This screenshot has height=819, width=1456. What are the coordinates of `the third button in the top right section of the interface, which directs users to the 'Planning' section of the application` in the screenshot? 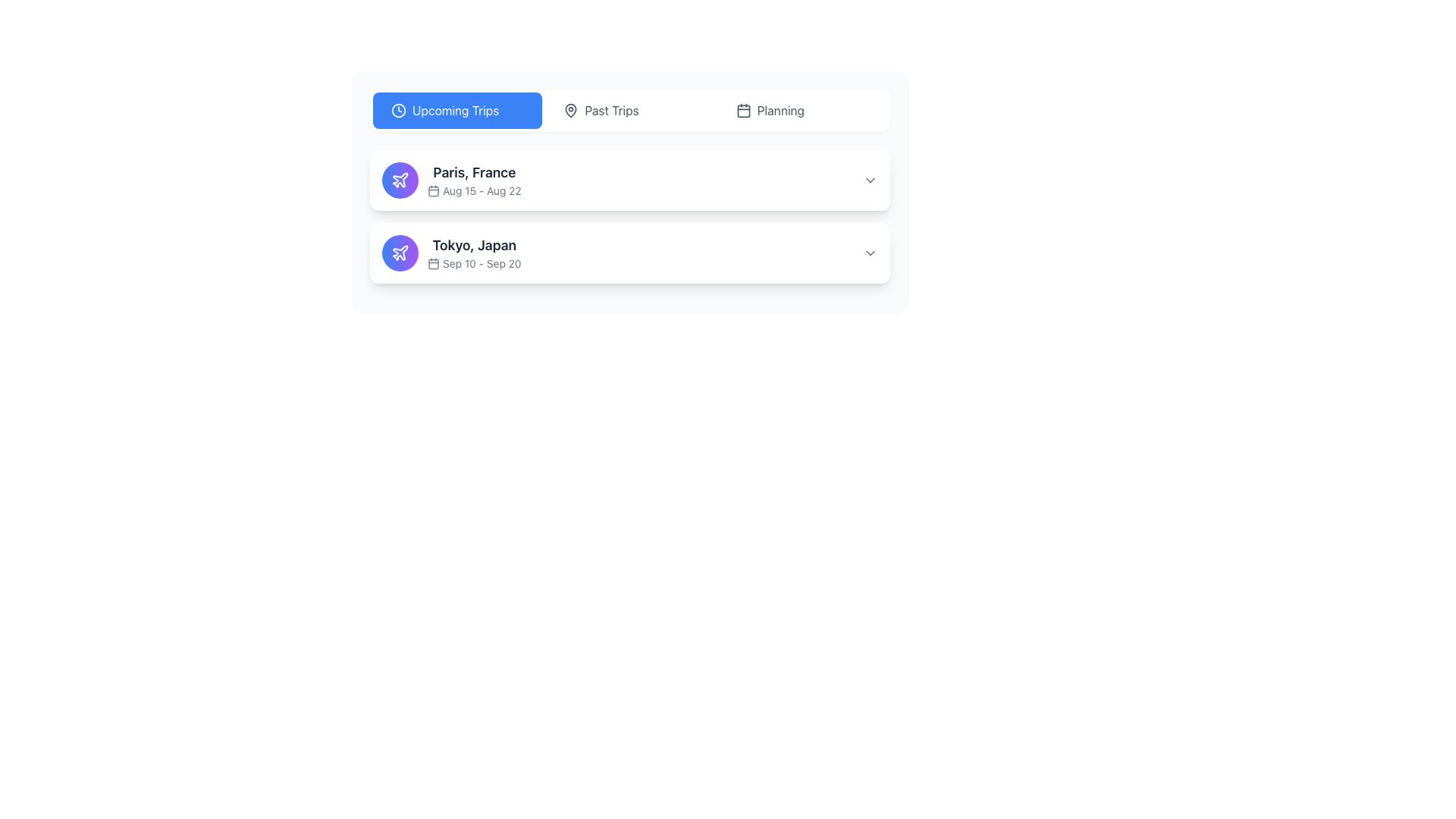 It's located at (801, 110).